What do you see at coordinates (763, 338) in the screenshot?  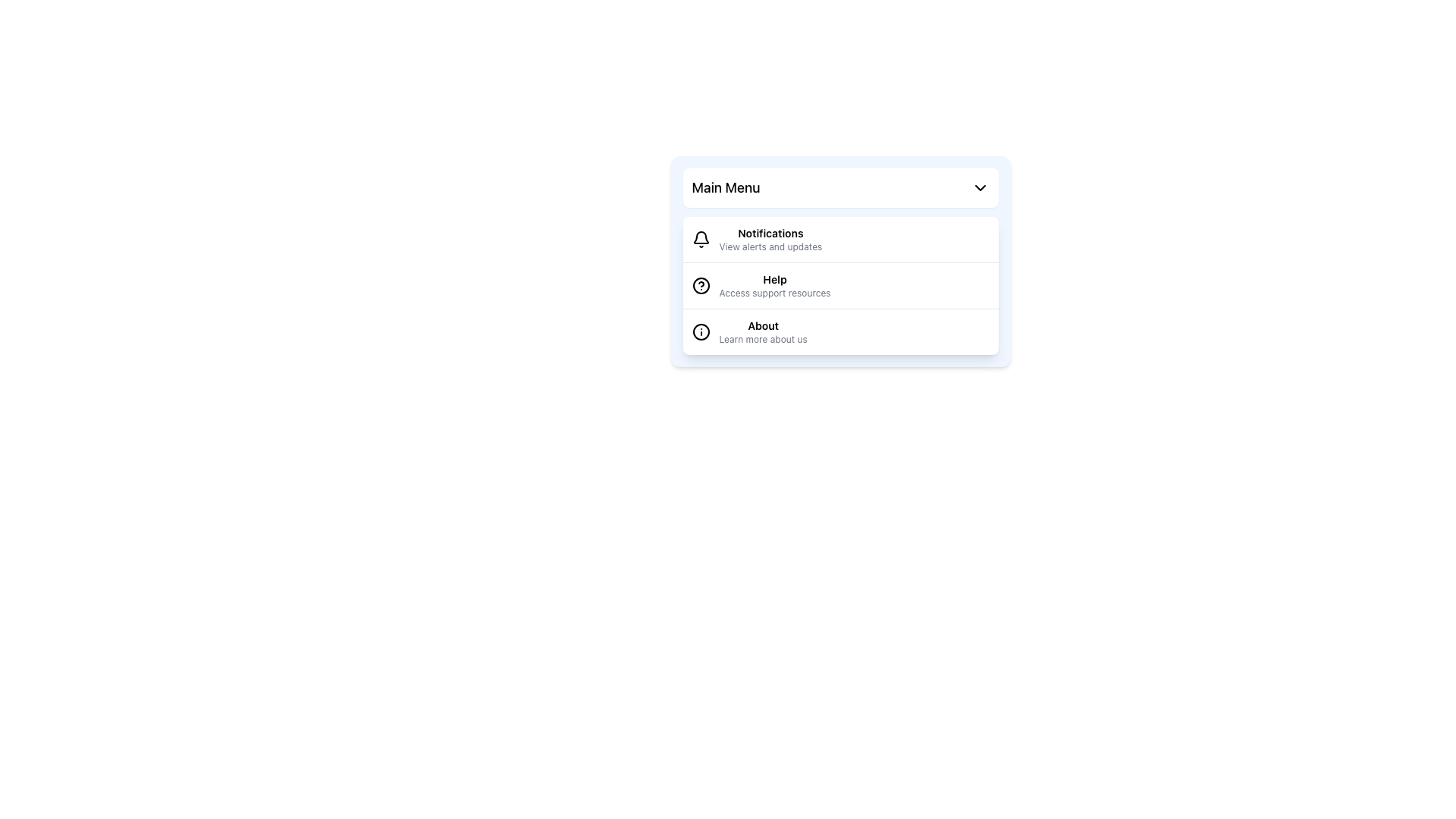 I see `the text label that reads 'Learn more about us', located in the bottom-right corner of the 'About' section within the 'Main Menu' dropdown` at bounding box center [763, 338].